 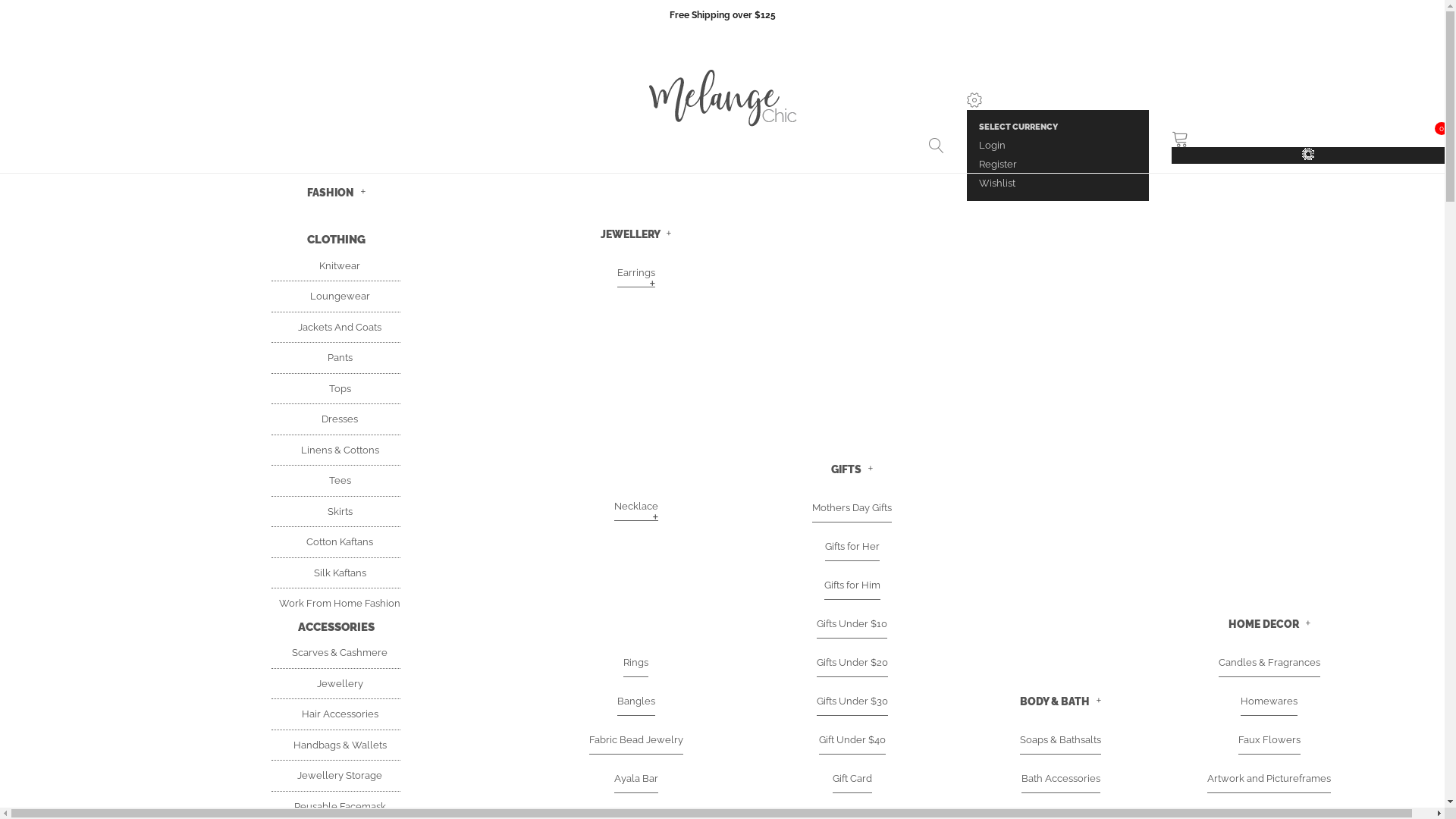 What do you see at coordinates (635, 739) in the screenshot?
I see `'Fabric Bead Jewelry'` at bounding box center [635, 739].